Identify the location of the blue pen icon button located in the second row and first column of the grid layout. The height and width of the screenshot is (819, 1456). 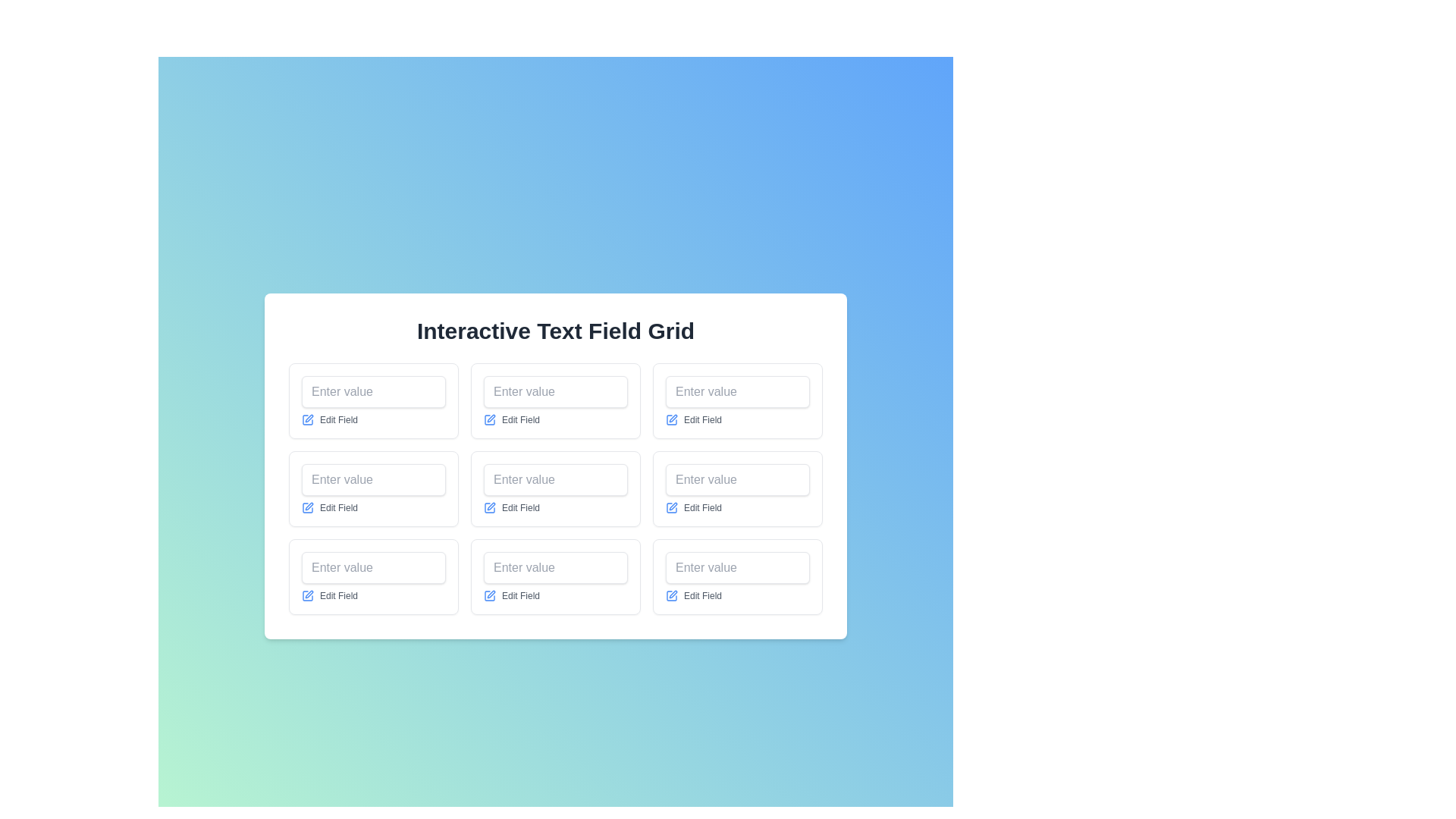
(309, 506).